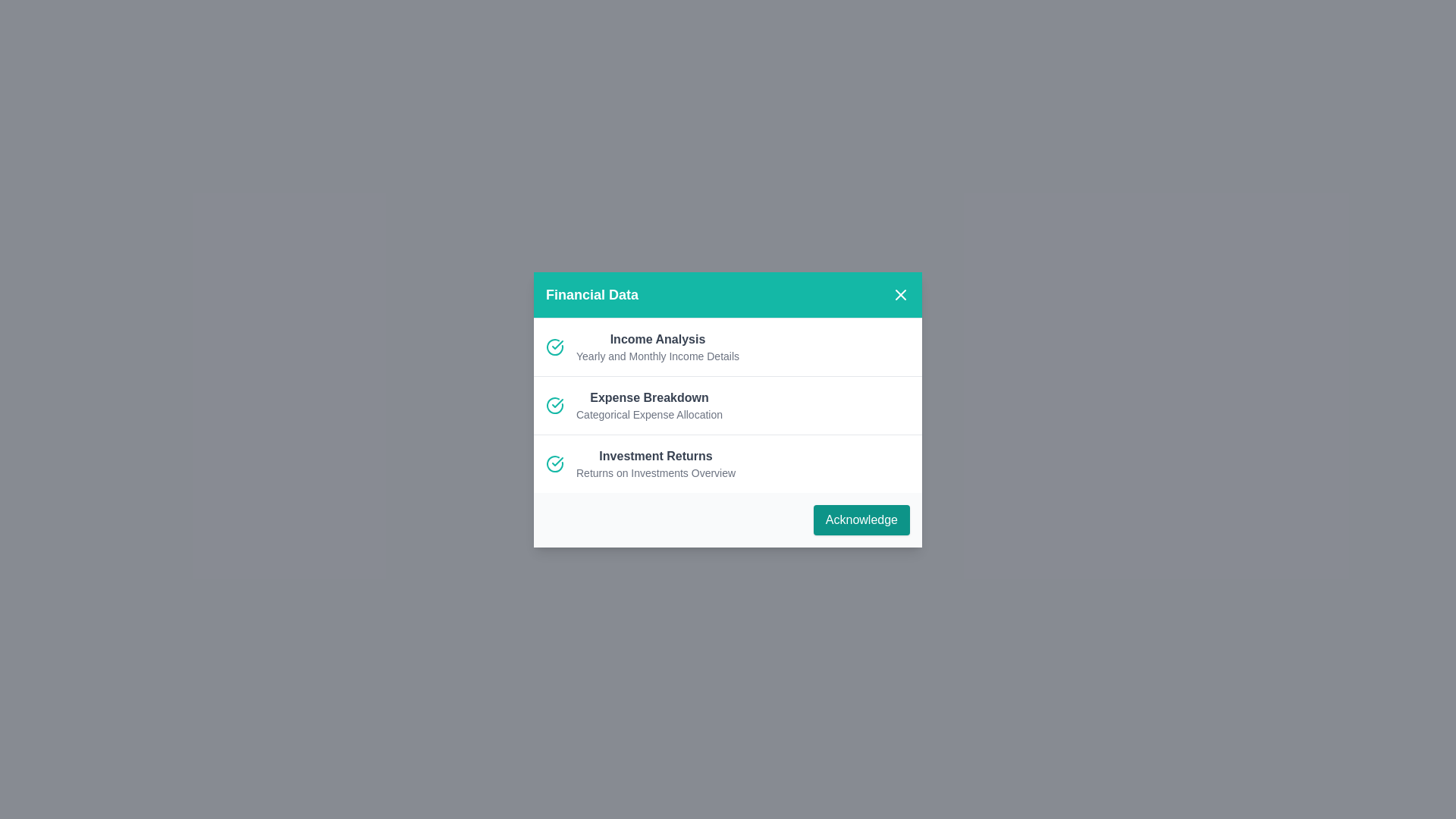 Image resolution: width=1456 pixels, height=819 pixels. I want to click on the list item with title Investment Returns, so click(655, 455).